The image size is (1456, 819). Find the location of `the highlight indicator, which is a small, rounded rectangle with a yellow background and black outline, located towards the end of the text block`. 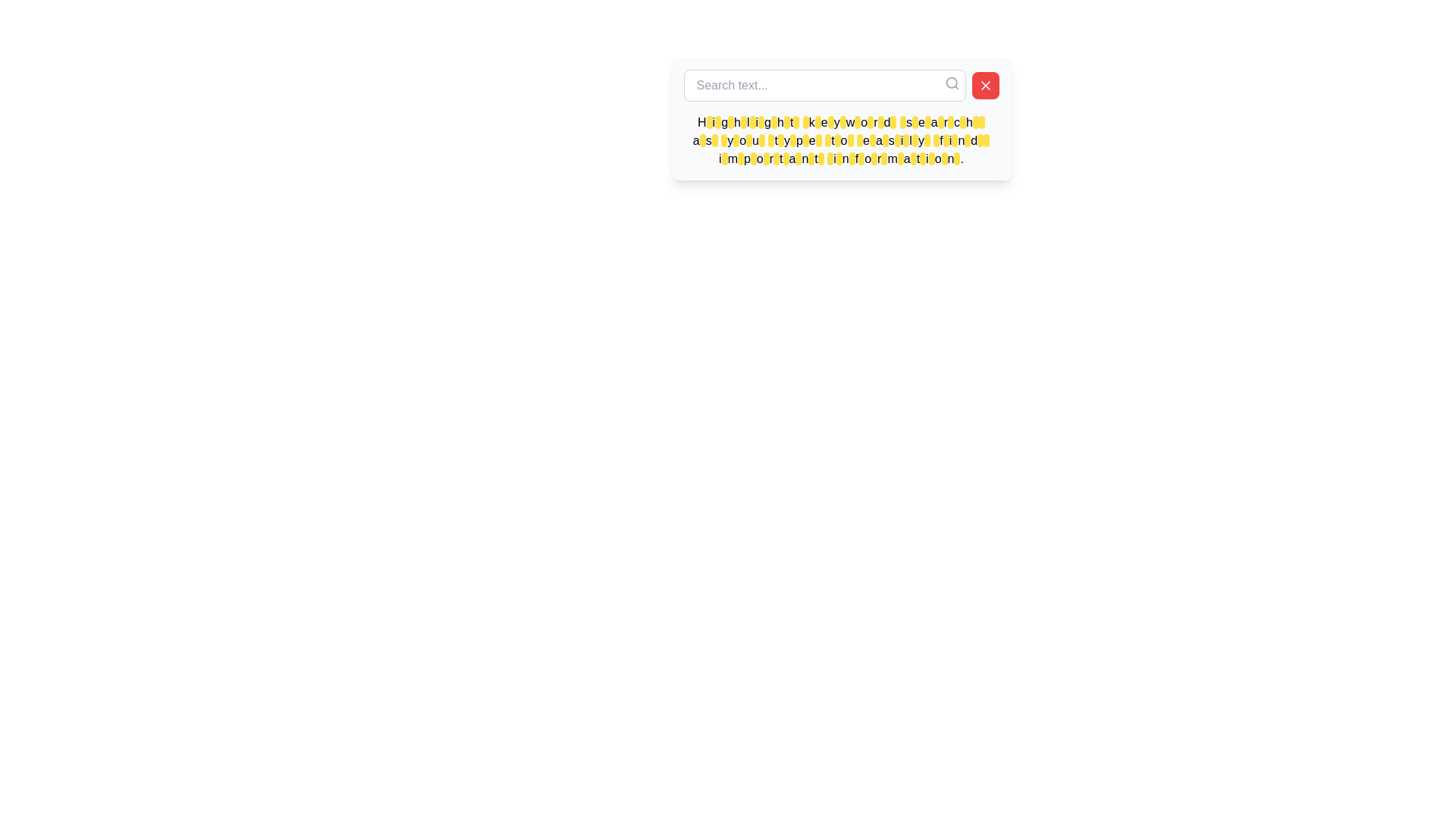

the highlight indicator, which is a small, rounded rectangle with a yellow background and black outline, located towards the end of the text block is located at coordinates (956, 158).